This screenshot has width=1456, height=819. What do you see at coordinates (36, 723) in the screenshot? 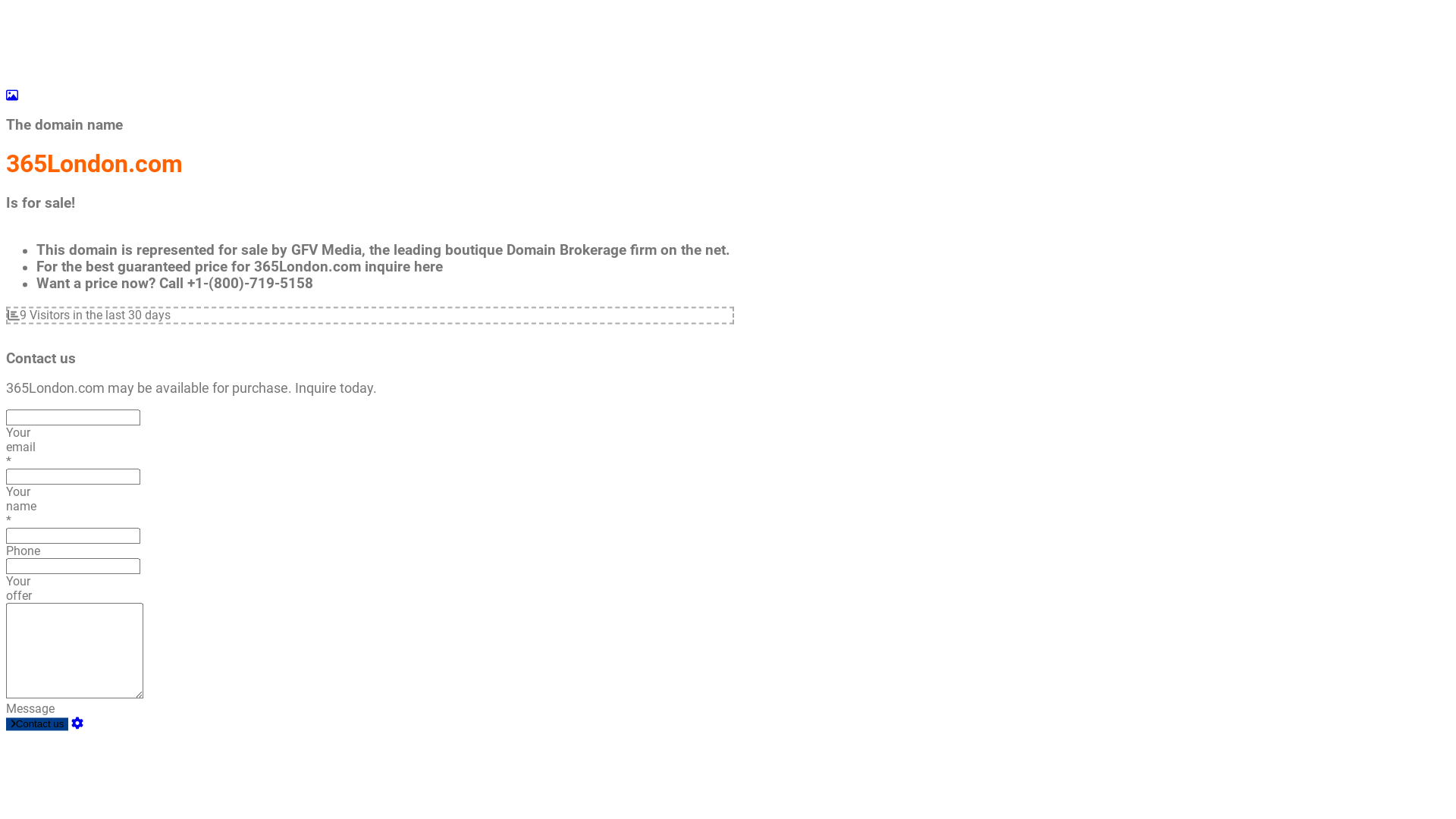
I see `'Contact us'` at bounding box center [36, 723].